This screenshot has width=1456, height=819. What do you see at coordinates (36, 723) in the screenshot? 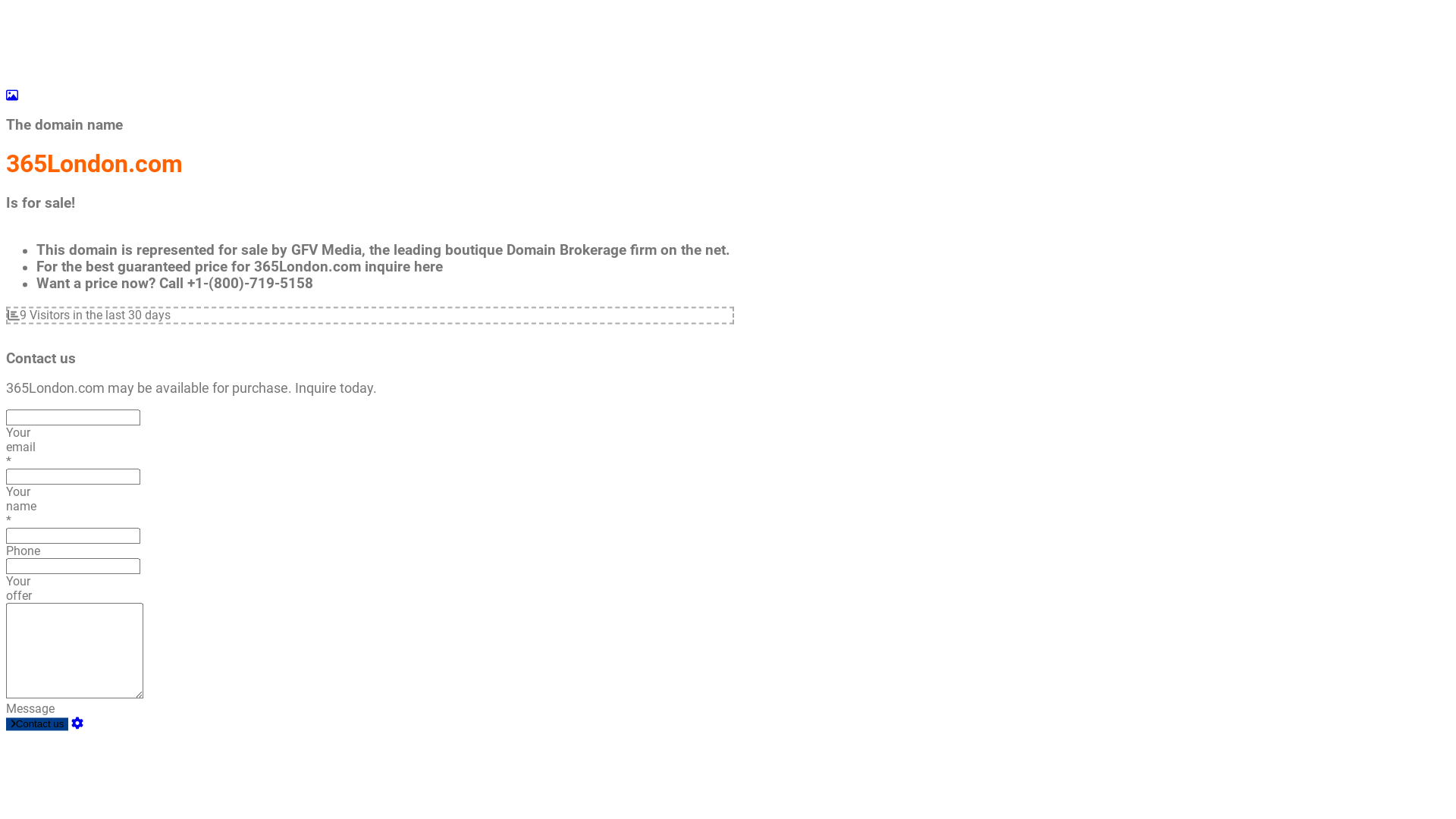
I see `'Contact us'` at bounding box center [36, 723].